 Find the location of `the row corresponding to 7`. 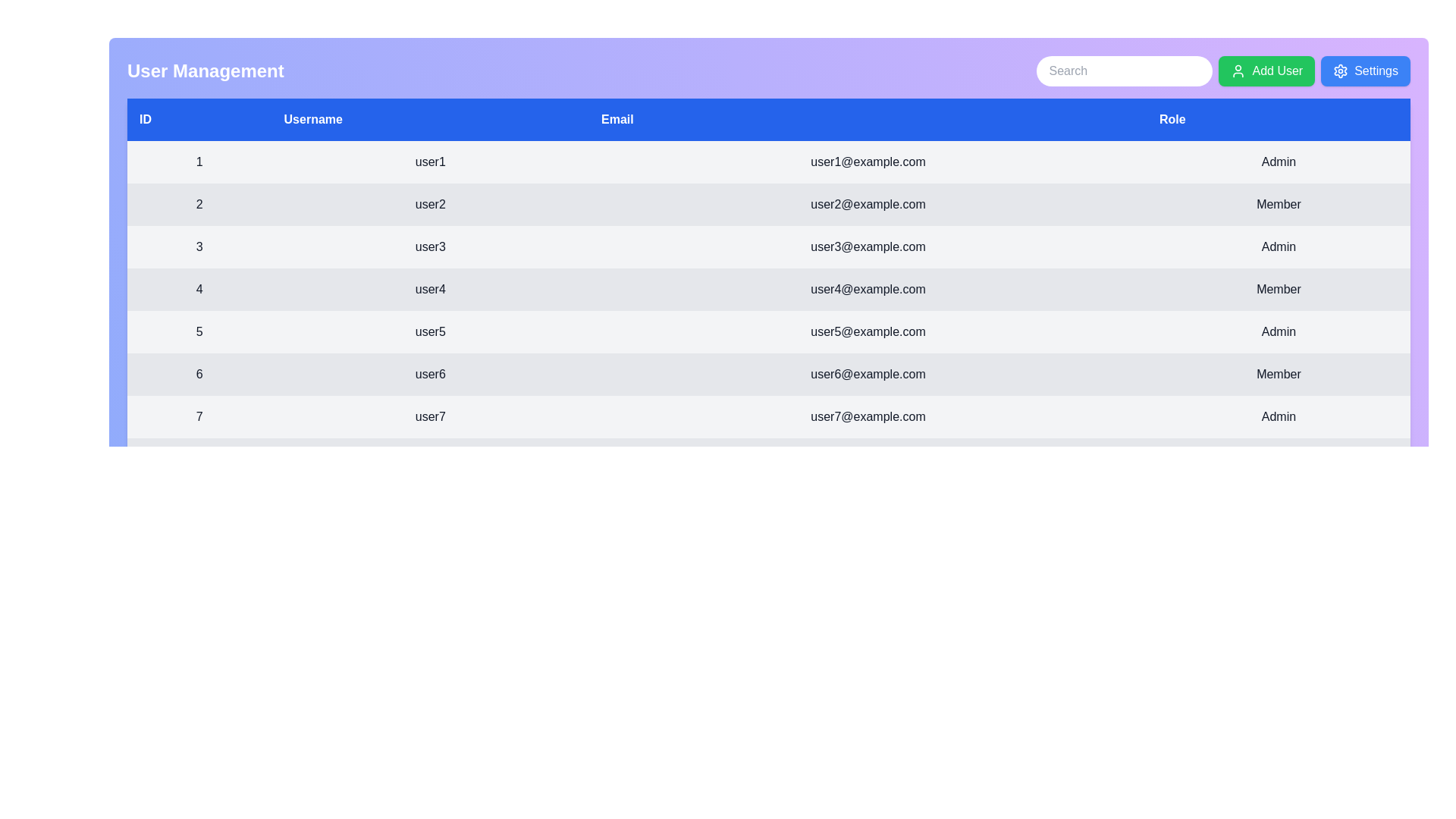

the row corresponding to 7 is located at coordinates (768, 417).